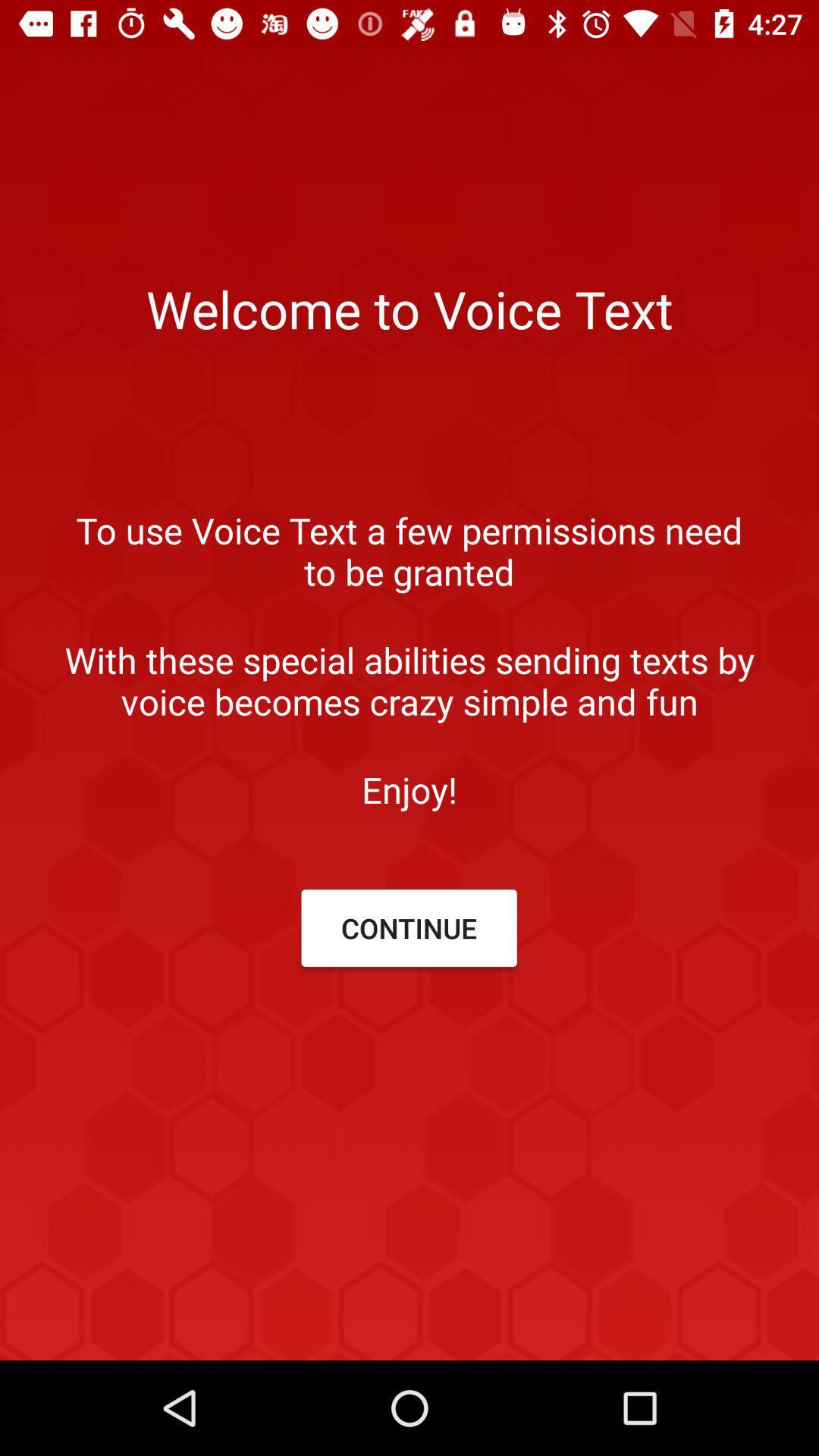 This screenshot has width=819, height=1456. Describe the element at coordinates (408, 927) in the screenshot. I see `the continue icon` at that location.